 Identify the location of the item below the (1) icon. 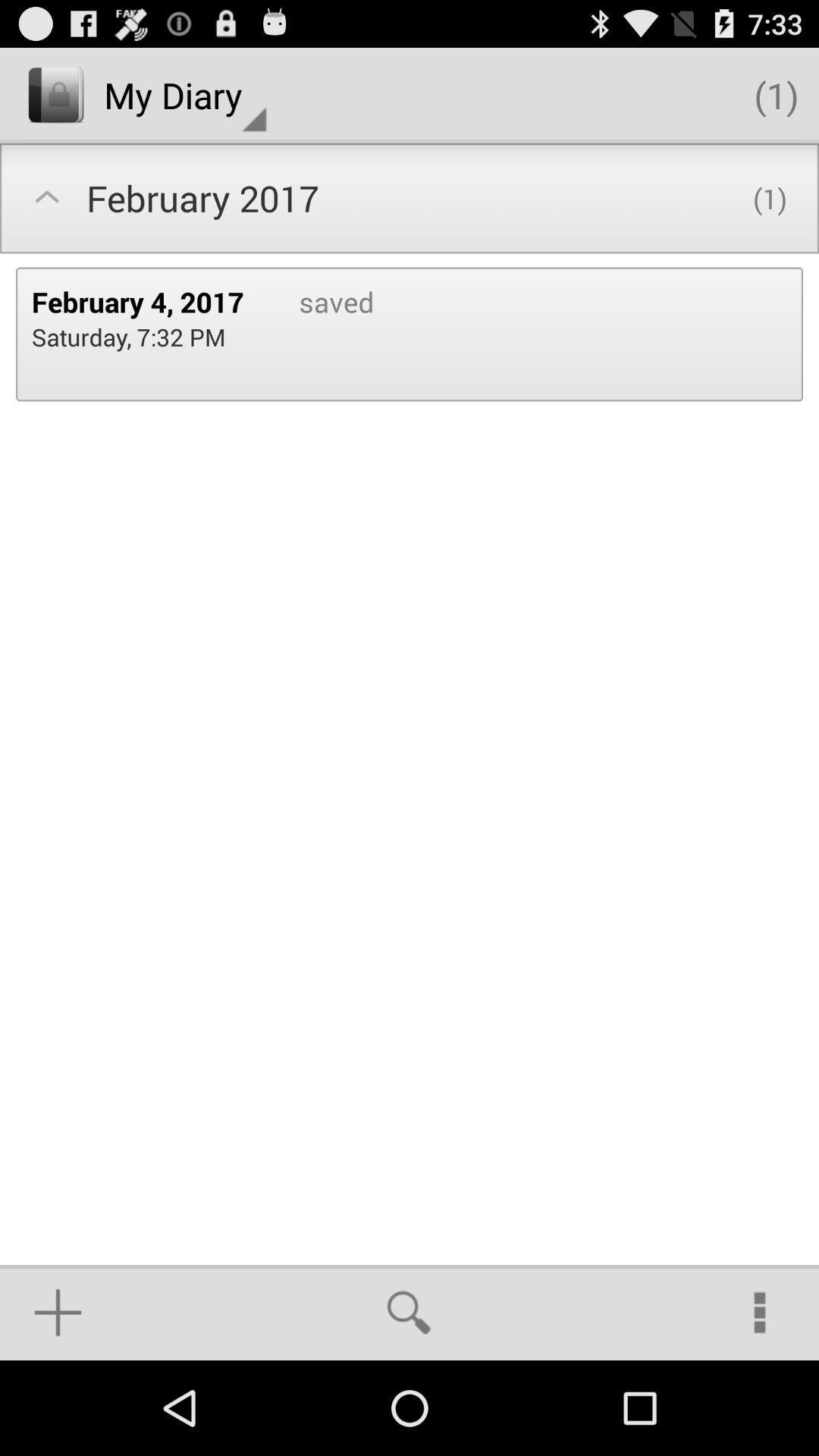
(760, 1312).